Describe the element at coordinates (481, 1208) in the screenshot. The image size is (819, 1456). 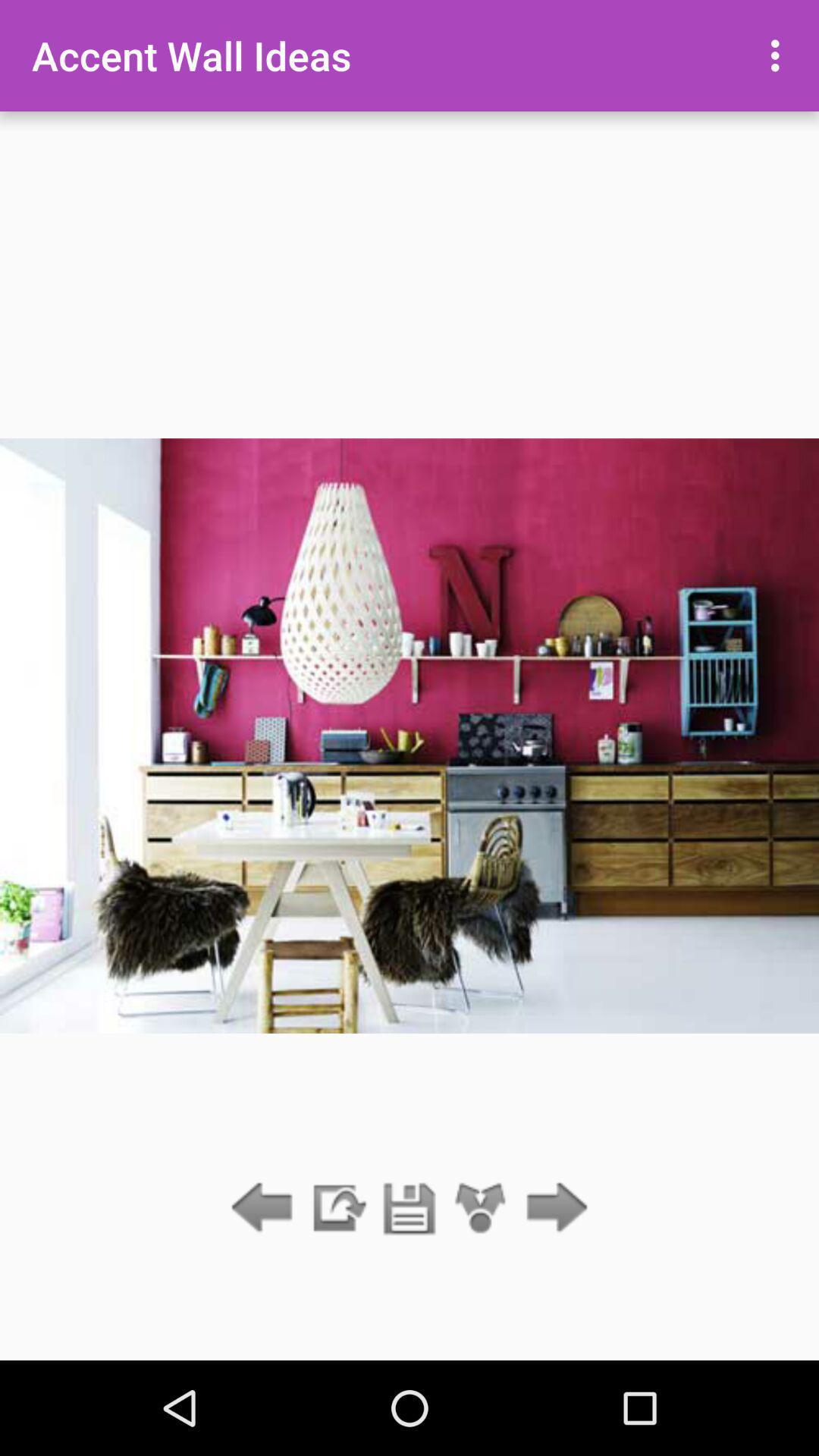
I see `the share icon` at that location.